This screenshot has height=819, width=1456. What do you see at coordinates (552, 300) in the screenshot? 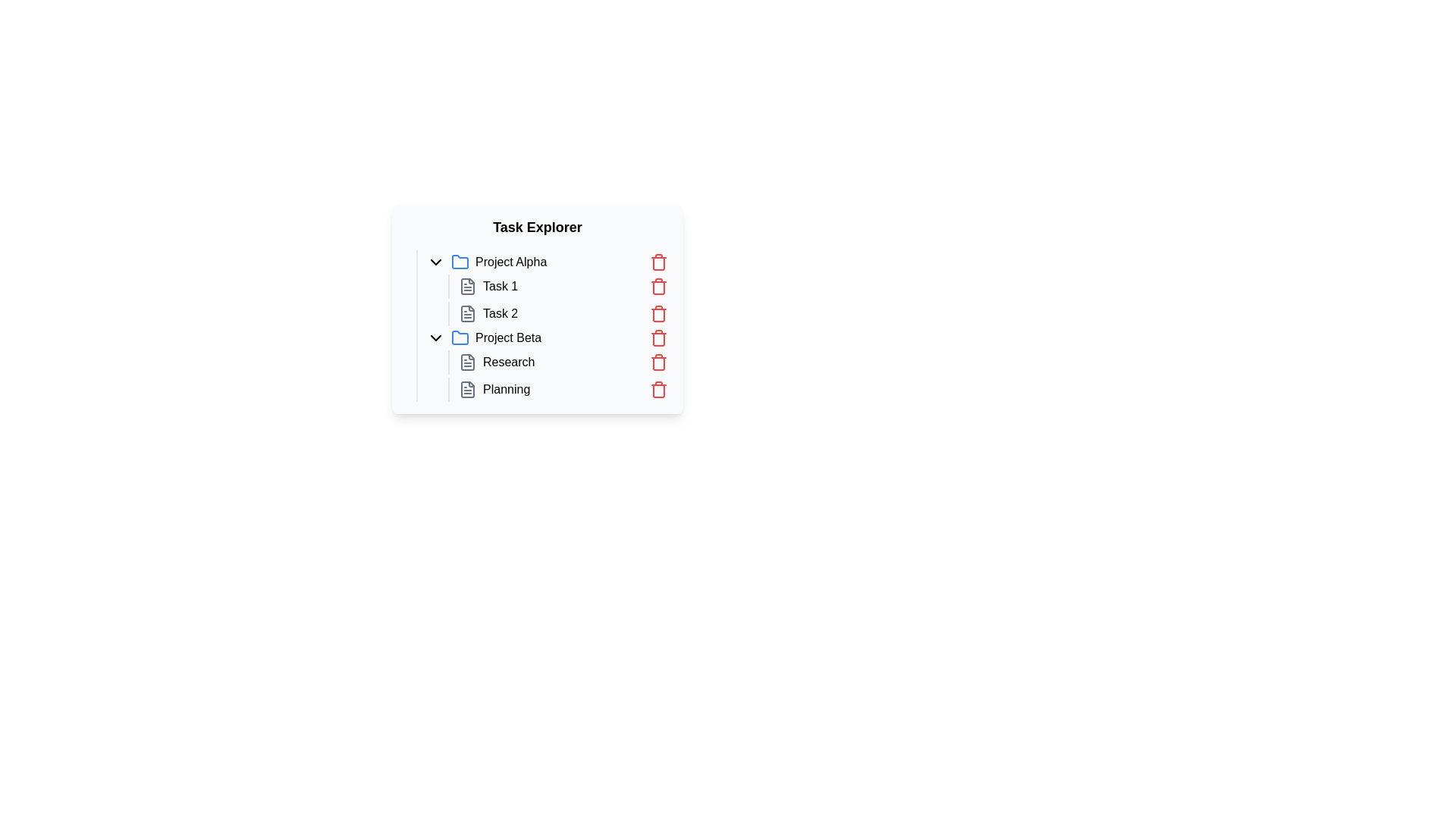
I see `the second item 'Task 2' in the task list layout under 'Project Alpha'` at bounding box center [552, 300].